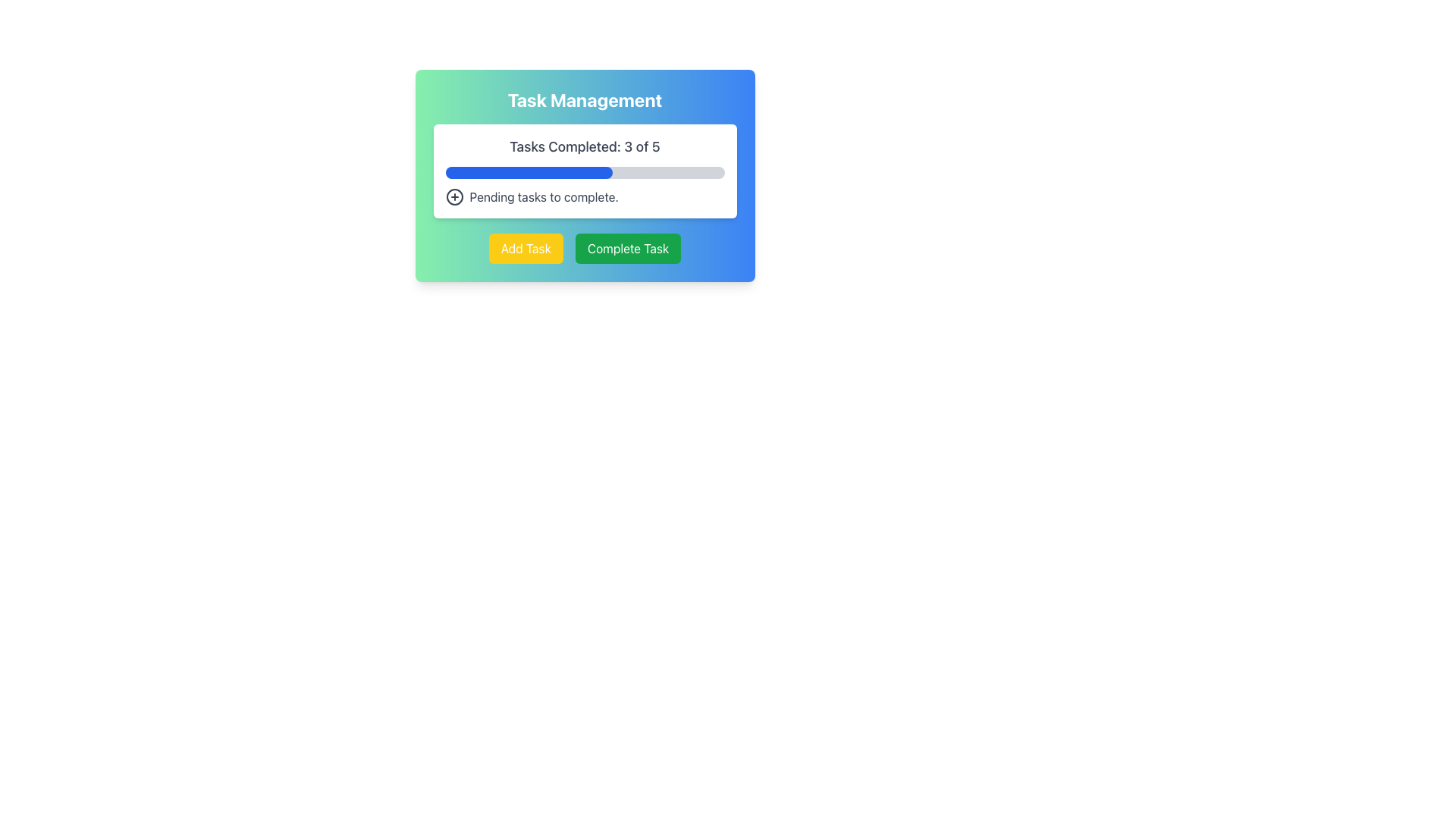 The height and width of the screenshot is (819, 1456). I want to click on the Progress Indicator with Supporting Text located beneath the 'Task Management' heading and above the 'Add Task' and 'Complete Task' buttons, so click(584, 171).